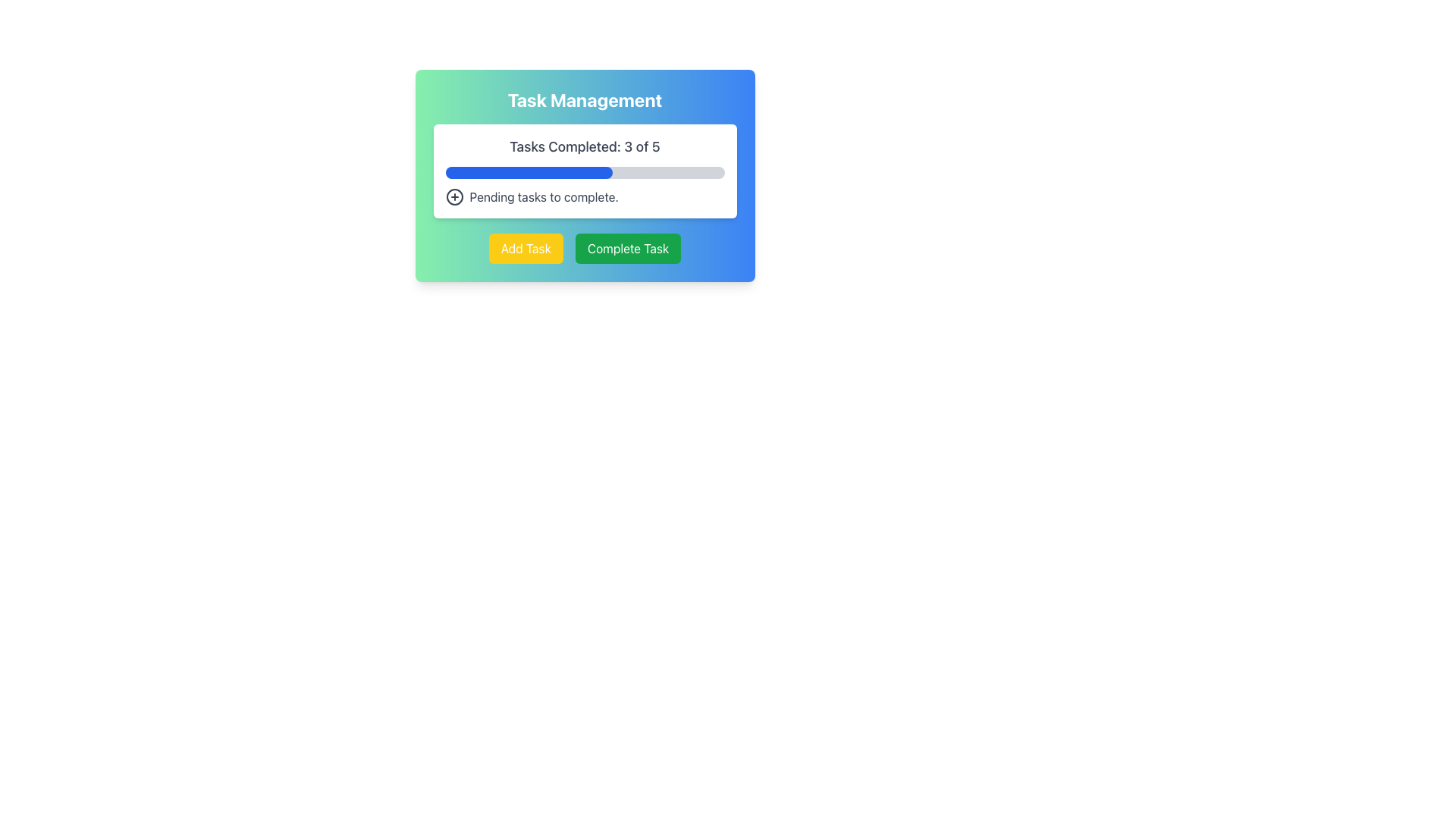 The height and width of the screenshot is (819, 1456). I want to click on the Progress Indicator with Supporting Text located beneath the 'Task Management' heading and above the 'Add Task' and 'Complete Task' buttons, so click(584, 171).